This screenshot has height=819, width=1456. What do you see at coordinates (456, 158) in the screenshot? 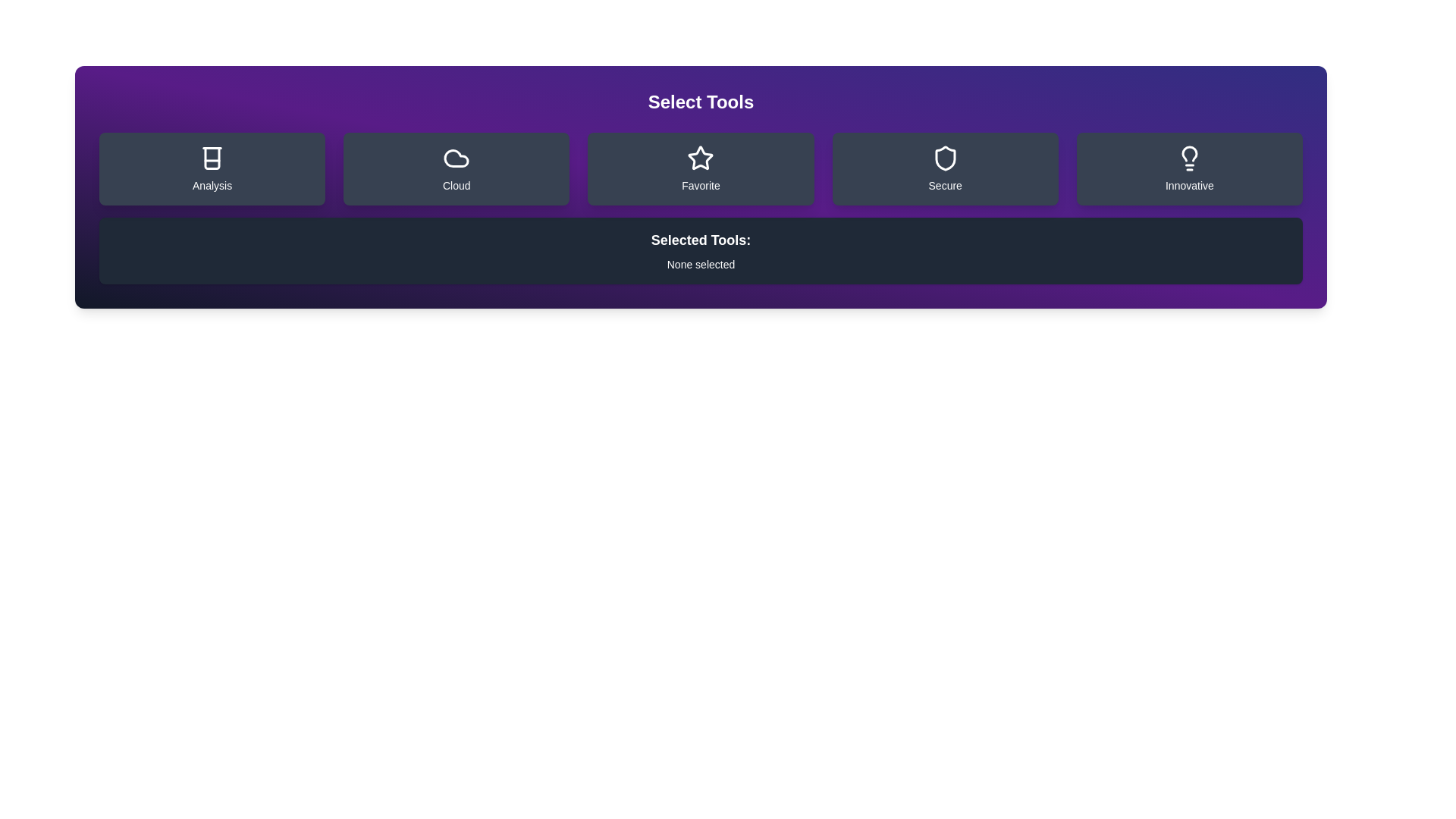
I see `the cloud icon, which is the primary visual component of the 'Cloud' button located second from the left in the top row of buttons` at bounding box center [456, 158].